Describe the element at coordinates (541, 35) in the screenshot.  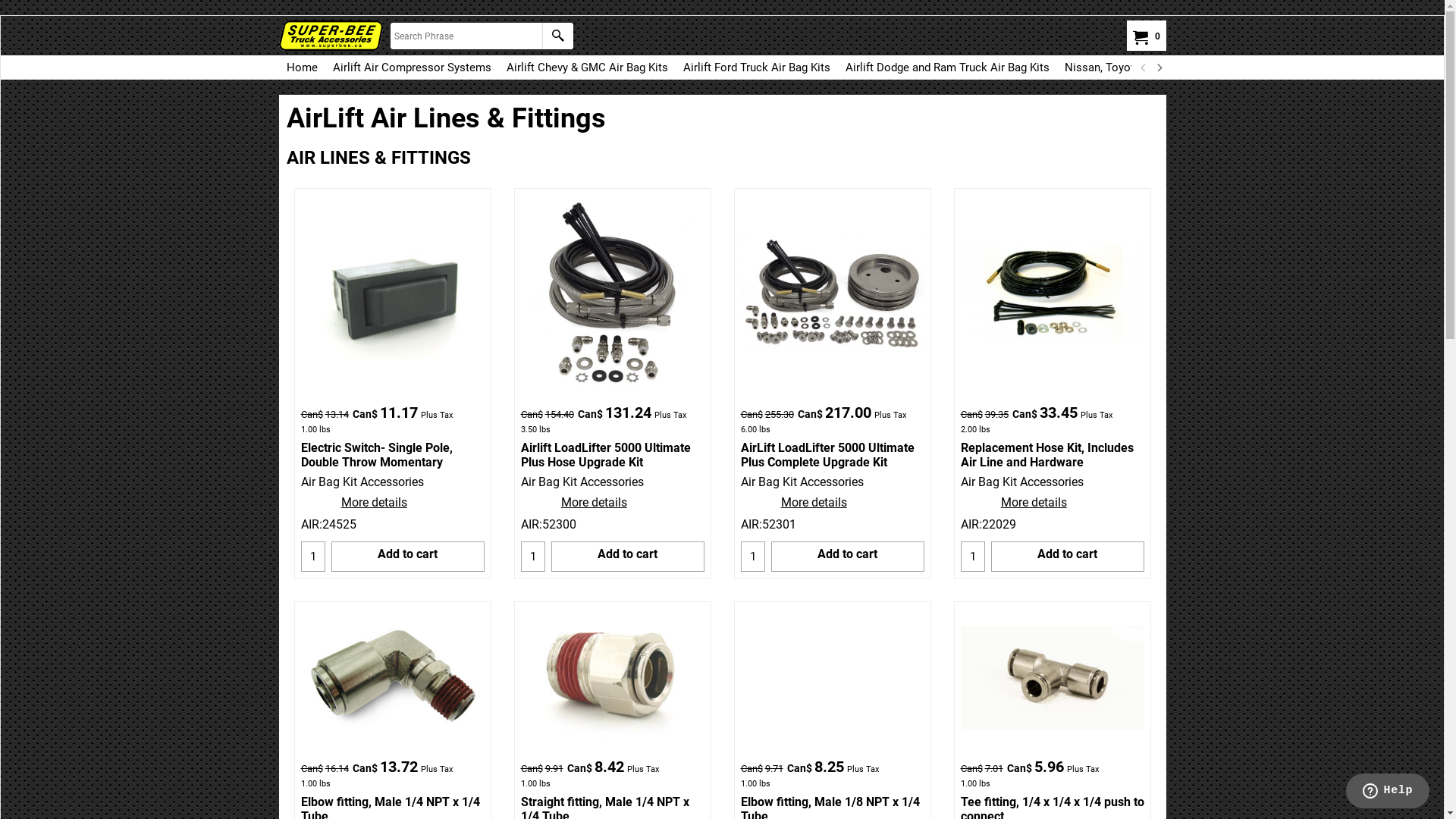
I see `'Find'` at that location.